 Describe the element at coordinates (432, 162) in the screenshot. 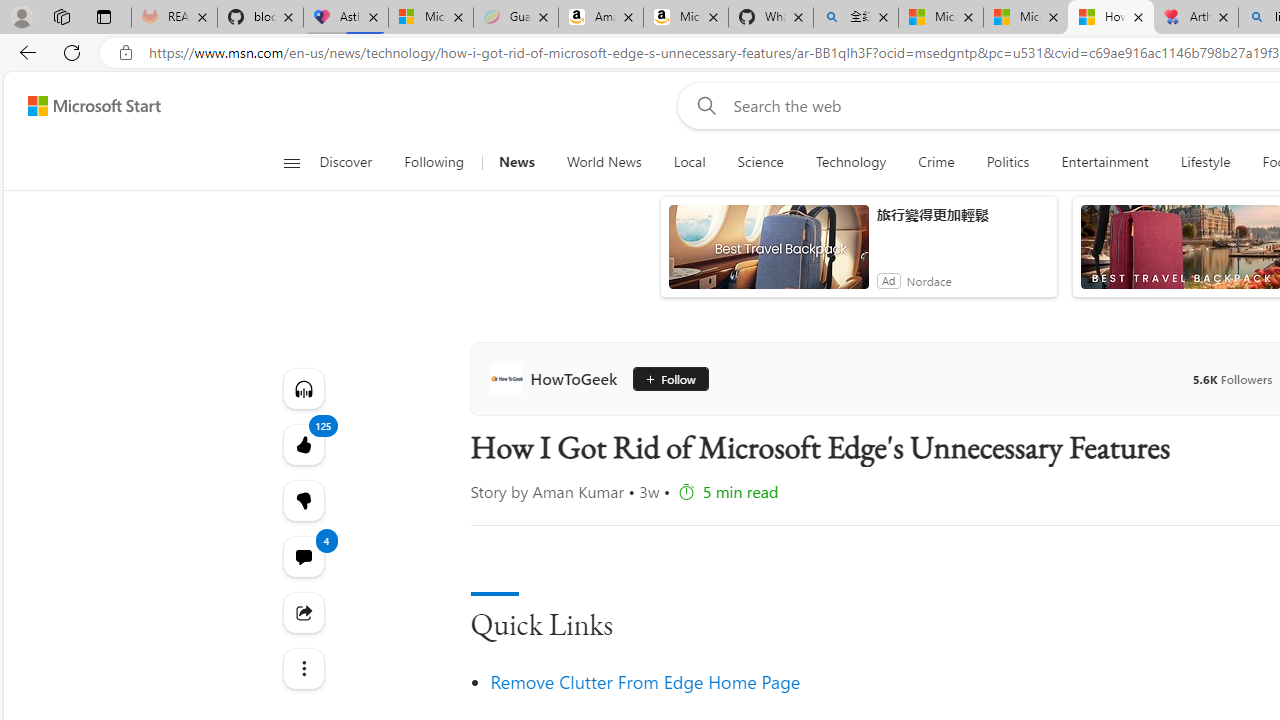

I see `'Following'` at that location.